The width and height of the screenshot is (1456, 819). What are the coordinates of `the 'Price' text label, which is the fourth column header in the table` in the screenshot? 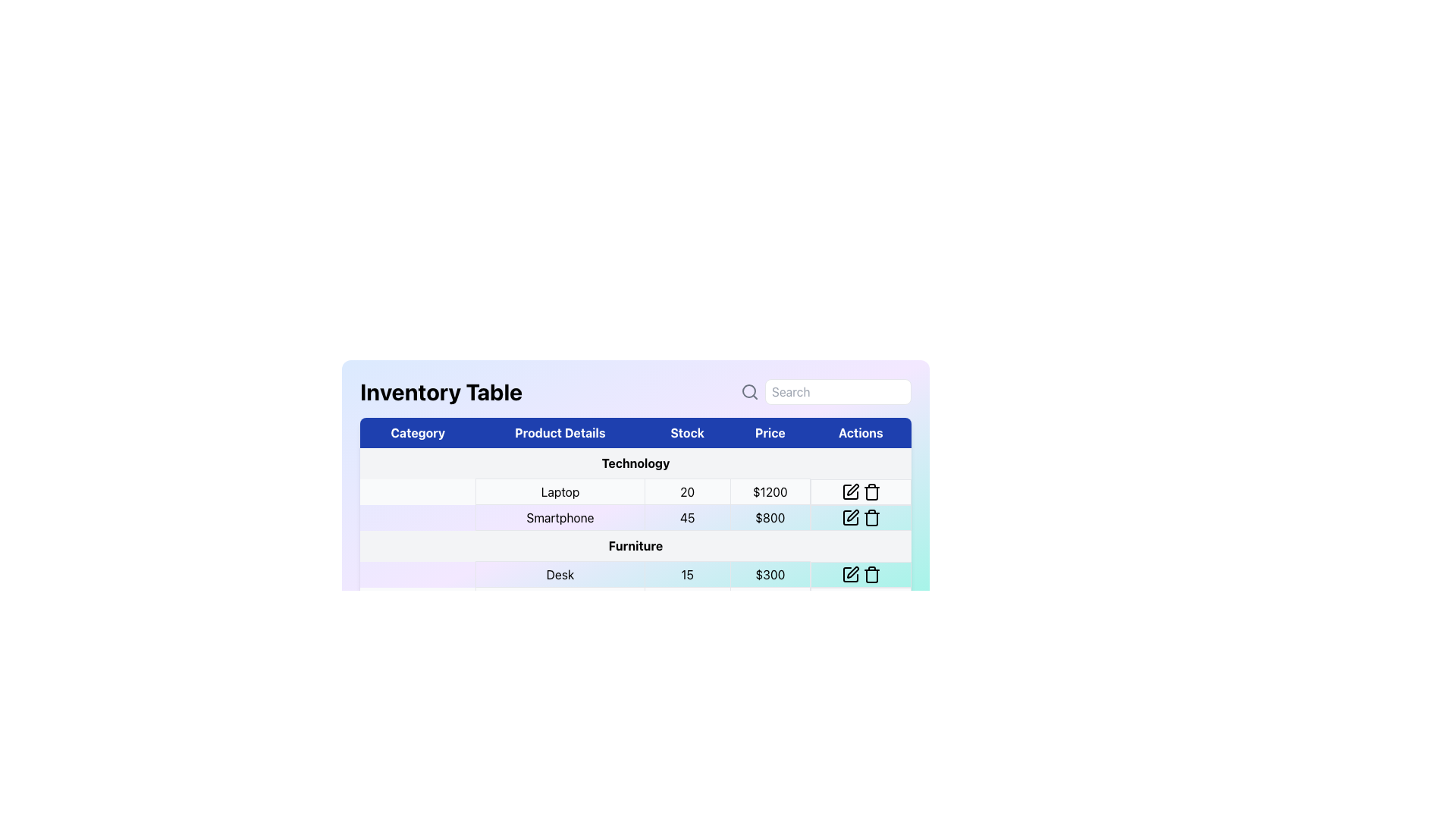 It's located at (770, 432).